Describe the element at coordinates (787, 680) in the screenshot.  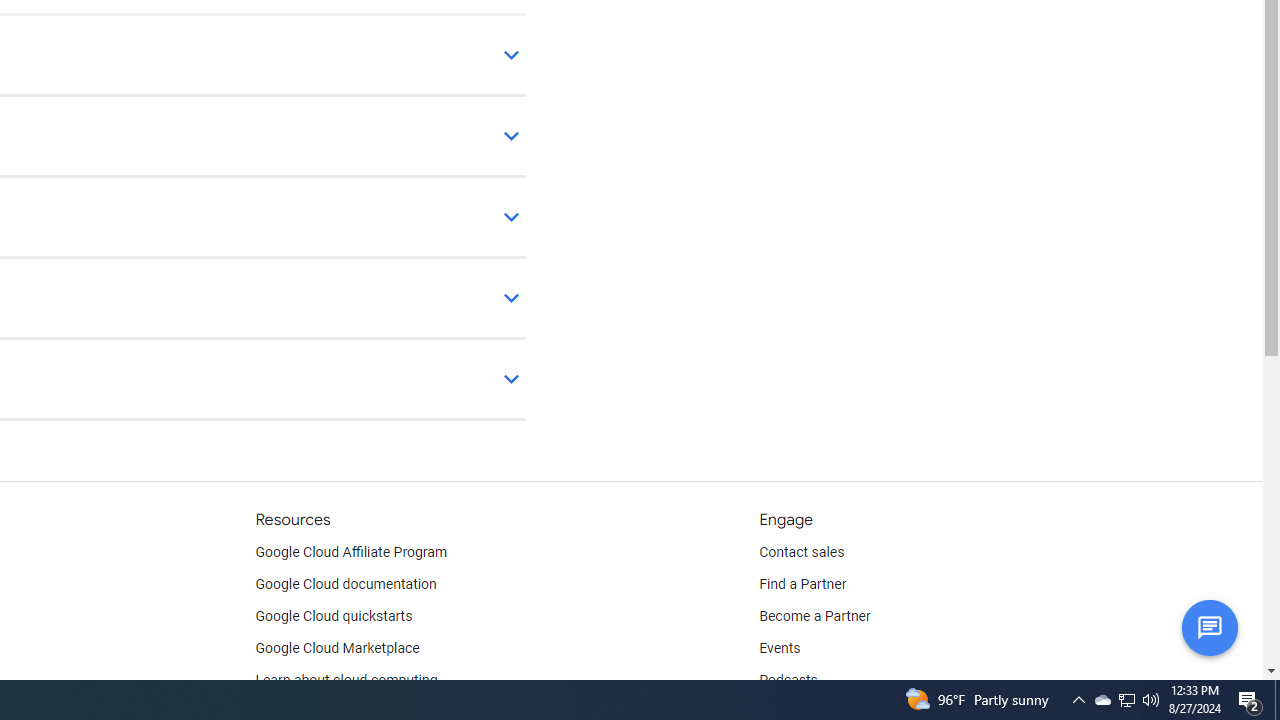
I see `'Podcasts'` at that location.